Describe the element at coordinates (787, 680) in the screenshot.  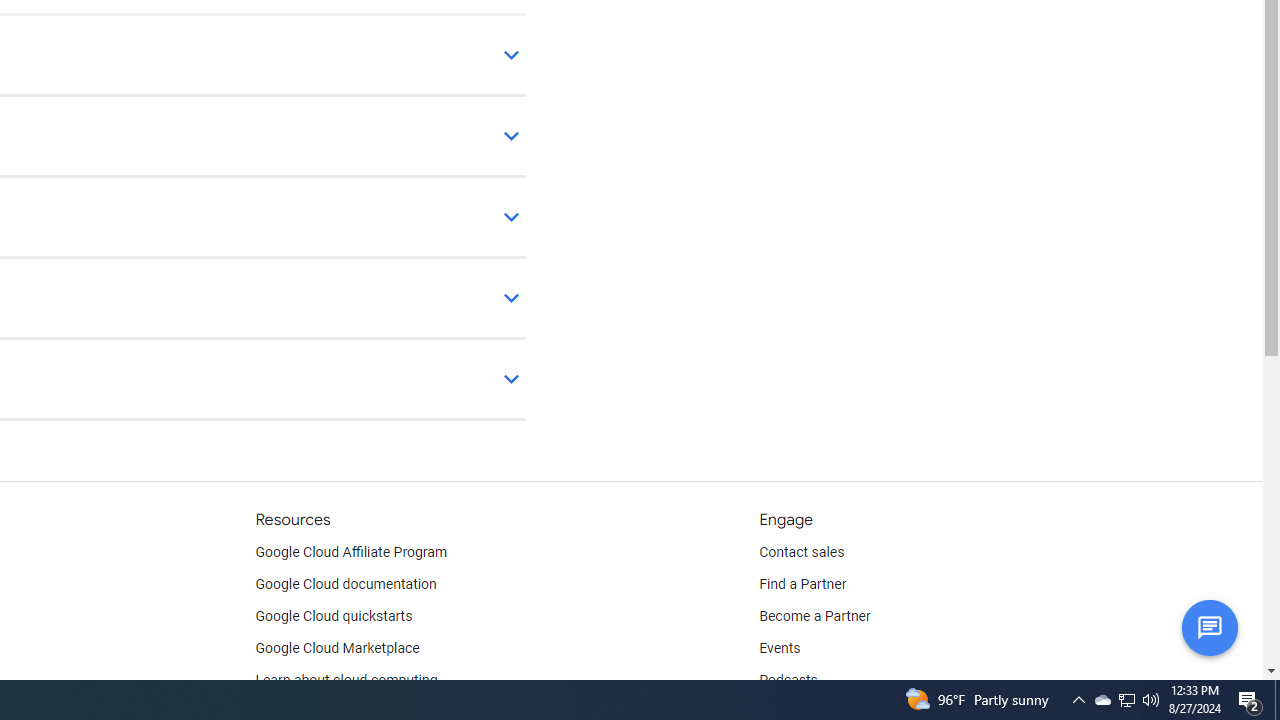
I see `'Podcasts'` at that location.